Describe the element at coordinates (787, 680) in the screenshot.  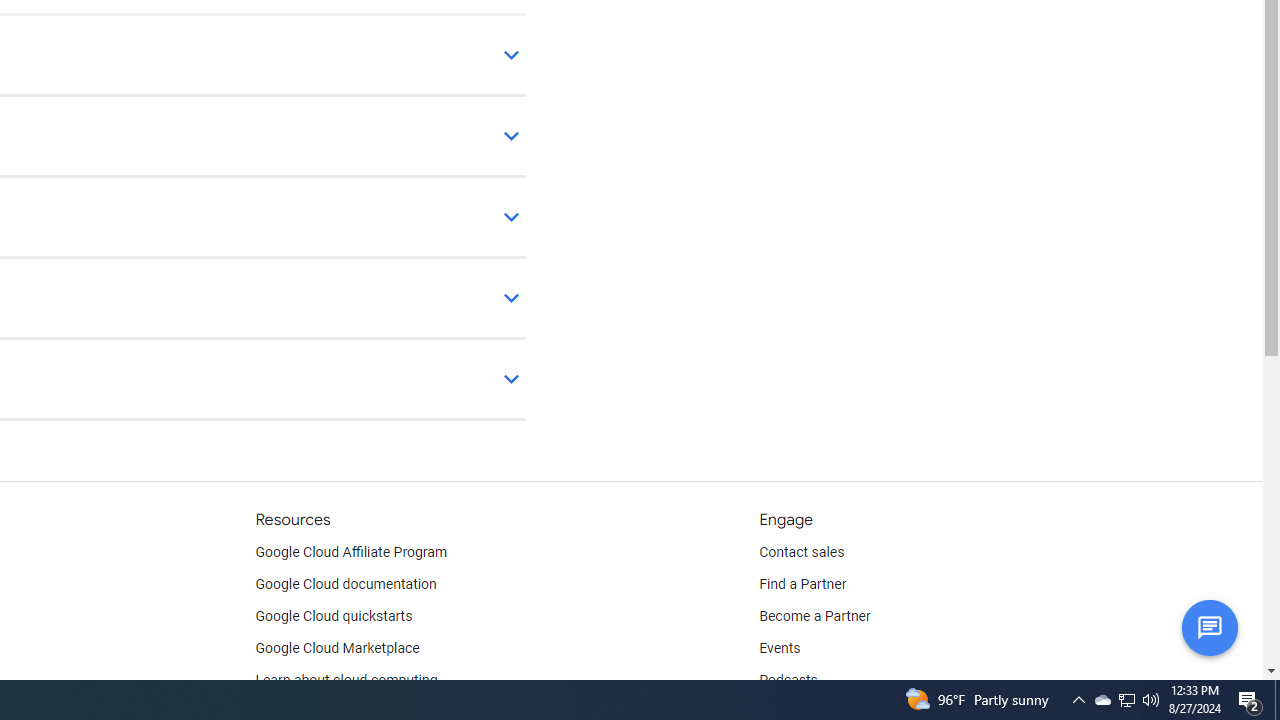
I see `'Podcasts'` at that location.